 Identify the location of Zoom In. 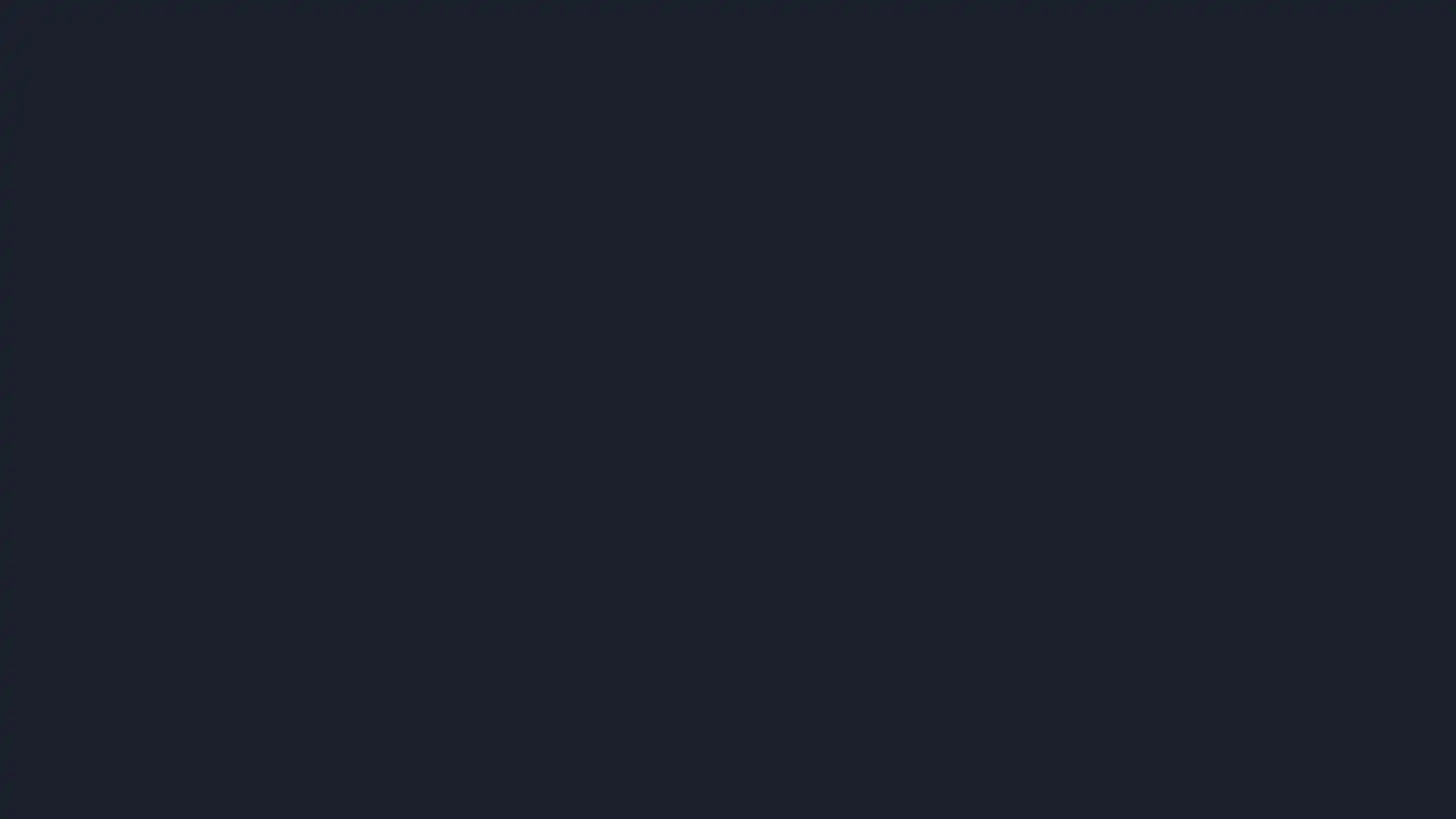
(1090, 52).